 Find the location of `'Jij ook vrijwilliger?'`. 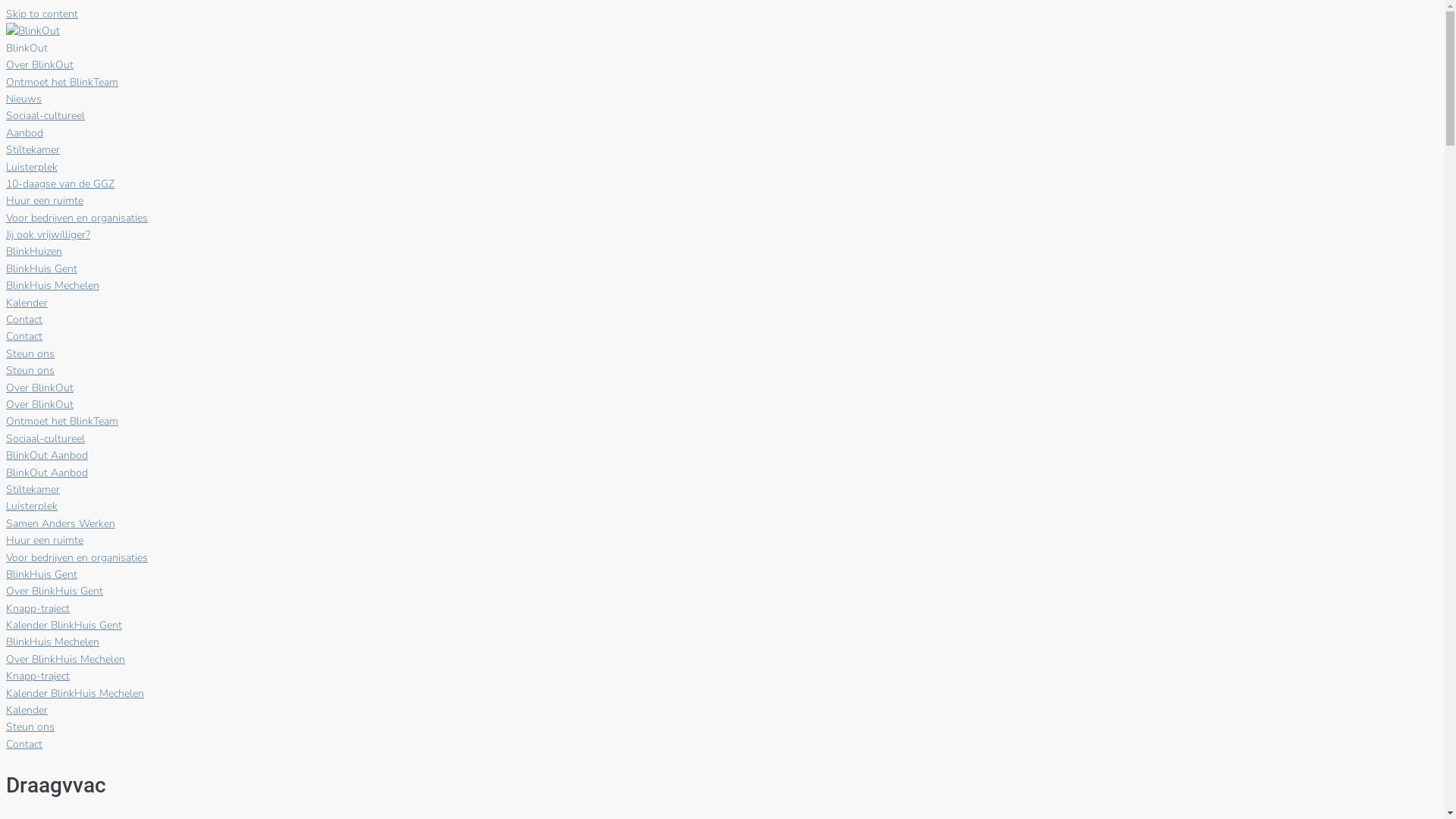

'Jij ook vrijwilliger?' is located at coordinates (48, 234).